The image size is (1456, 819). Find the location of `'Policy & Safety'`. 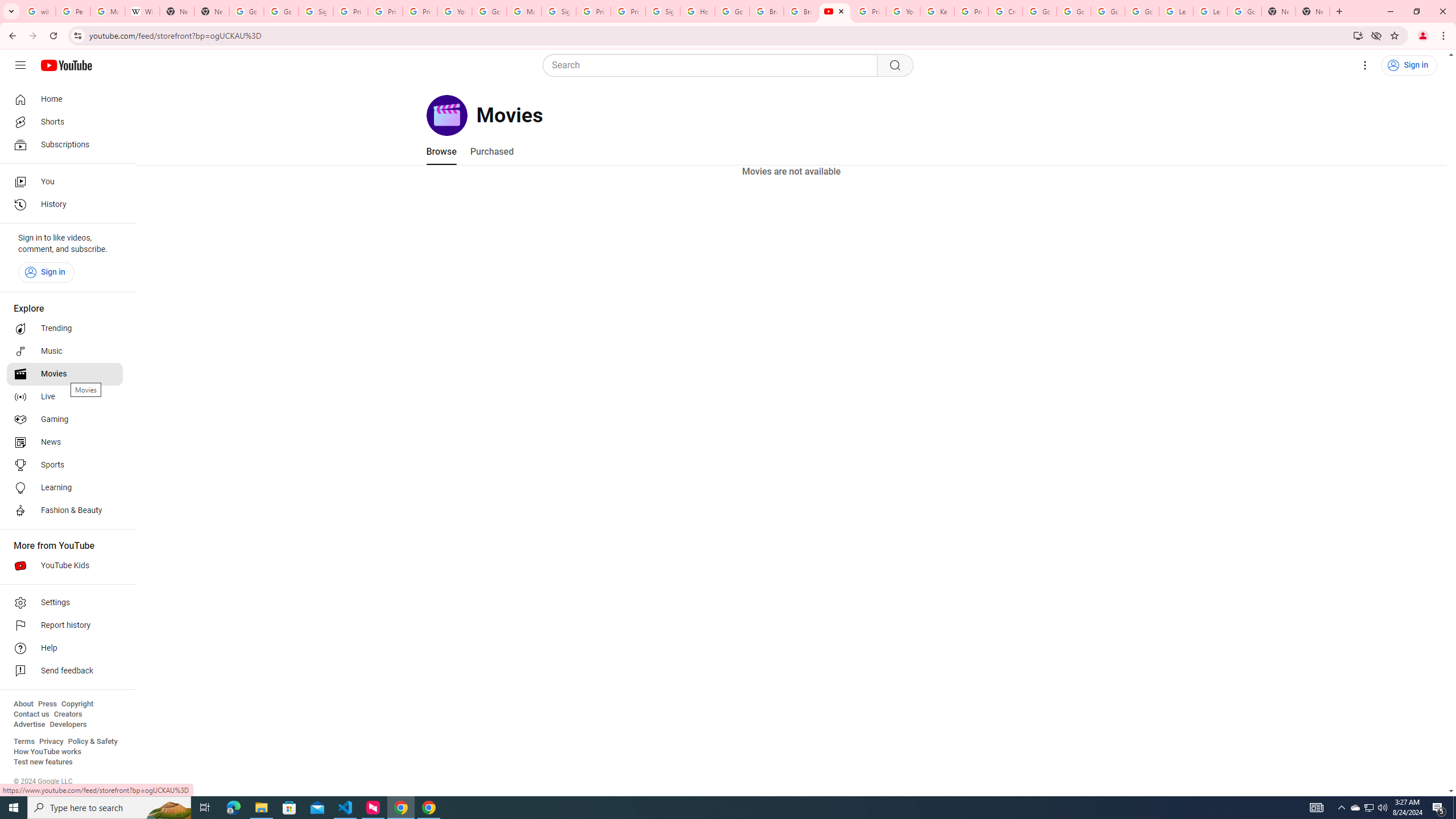

'Policy & Safety' is located at coordinates (92, 741).